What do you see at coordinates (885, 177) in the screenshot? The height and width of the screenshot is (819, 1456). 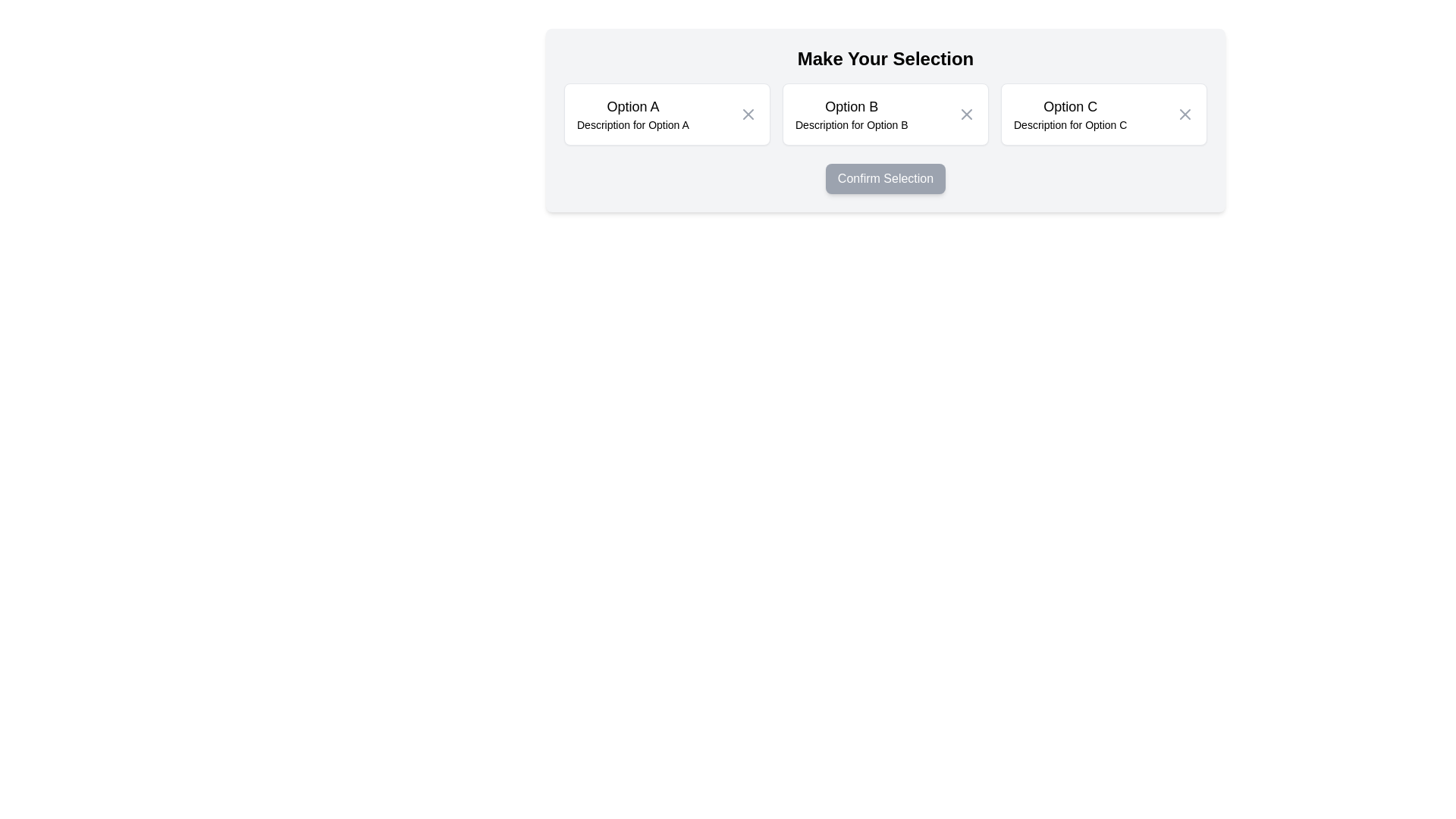 I see `the confirmation button located below the options A, B, and C, centered horizontally in the card and aligned at the bottom` at bounding box center [885, 177].